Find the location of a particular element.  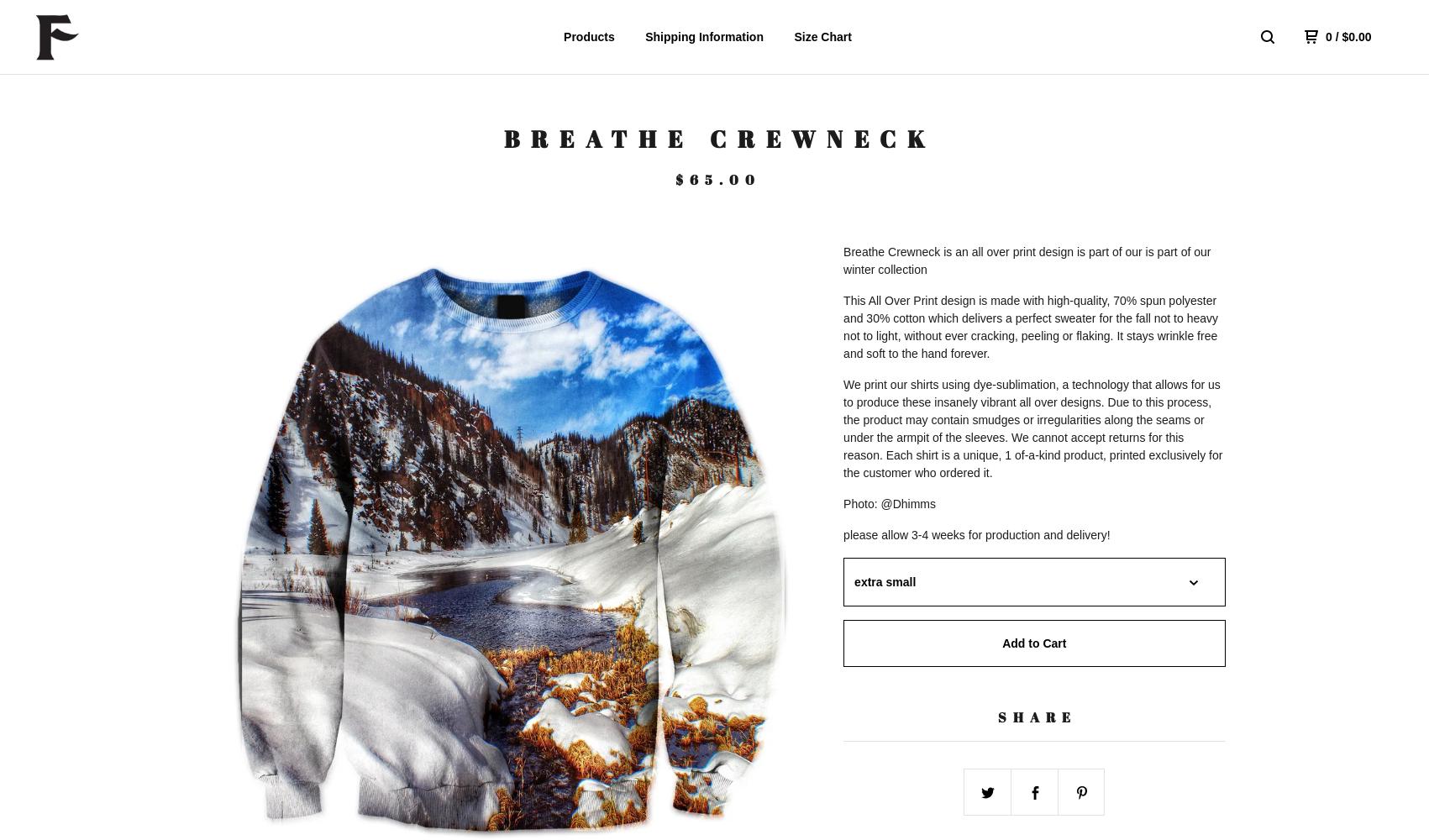

'We print our shirts using dye-sublimation, a technology that allows for us to produce these insanely vibrant all over designs. Due to this process, the product may contain smudges or irregularities along the seams or under the armpit of the sleeves. We cannot accept returns for this reason. Each shirt is a unique, 1 of-a-kind product, printed exclusively for the customer who ordered it.' is located at coordinates (843, 428).